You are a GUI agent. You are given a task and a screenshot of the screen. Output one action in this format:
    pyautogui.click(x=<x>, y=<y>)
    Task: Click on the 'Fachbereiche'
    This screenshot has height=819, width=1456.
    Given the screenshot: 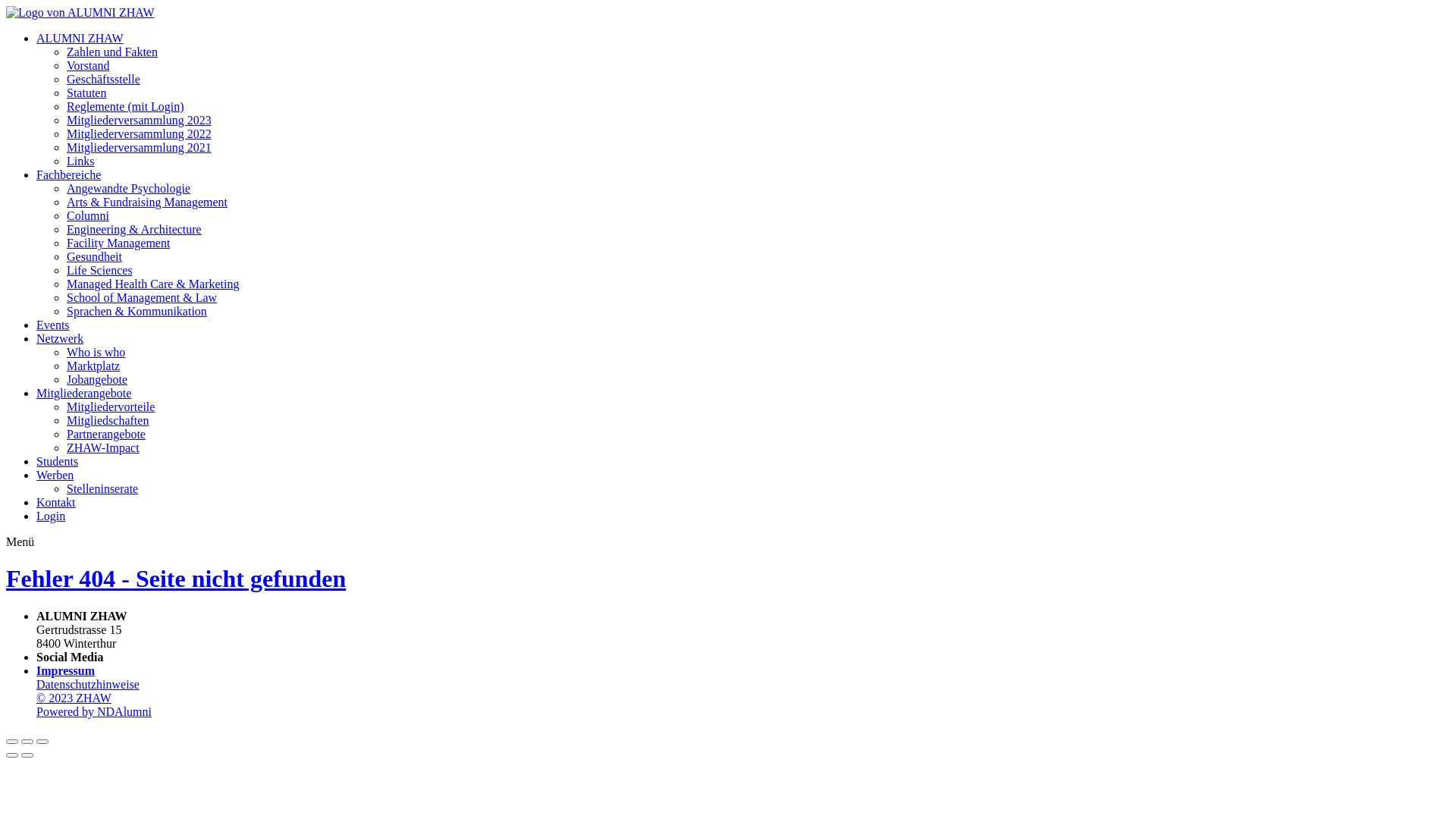 What is the action you would take?
    pyautogui.click(x=36, y=174)
    